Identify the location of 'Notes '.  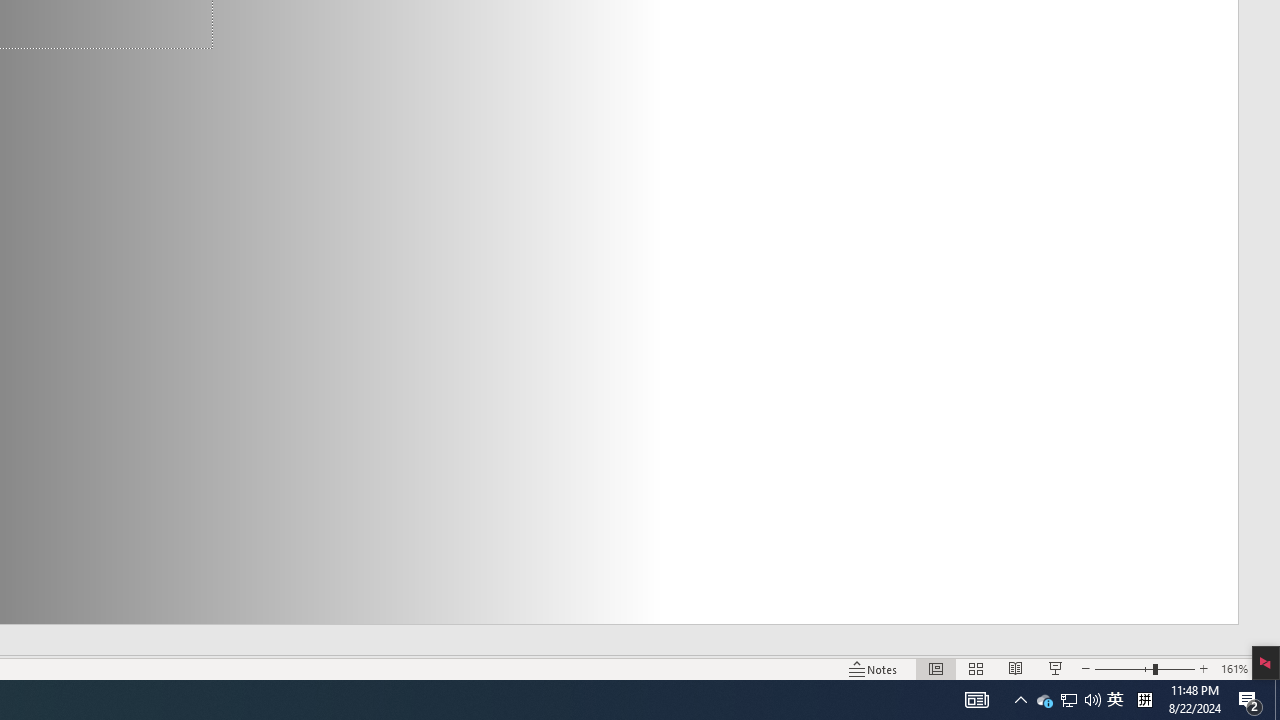
(874, 669).